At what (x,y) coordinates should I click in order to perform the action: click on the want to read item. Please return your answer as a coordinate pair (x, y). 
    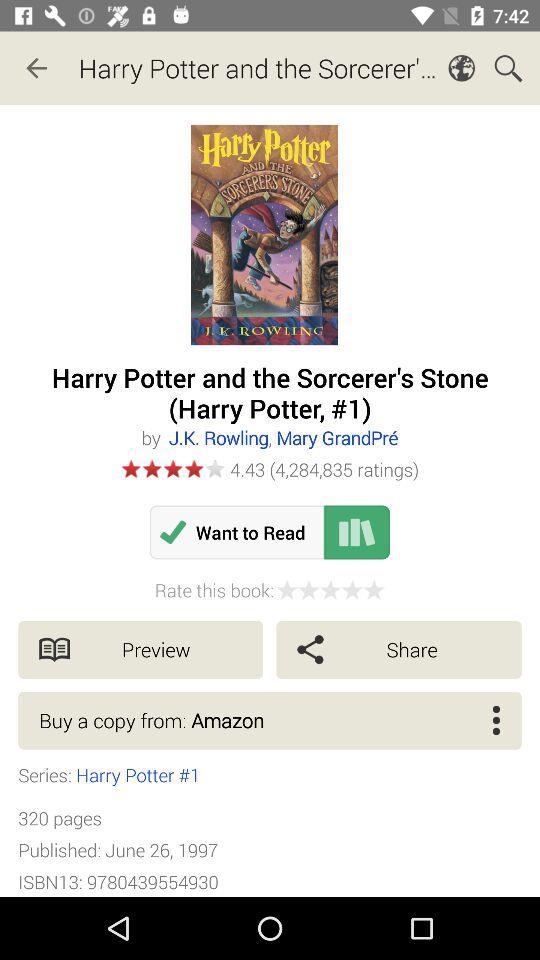
    Looking at the image, I should click on (237, 531).